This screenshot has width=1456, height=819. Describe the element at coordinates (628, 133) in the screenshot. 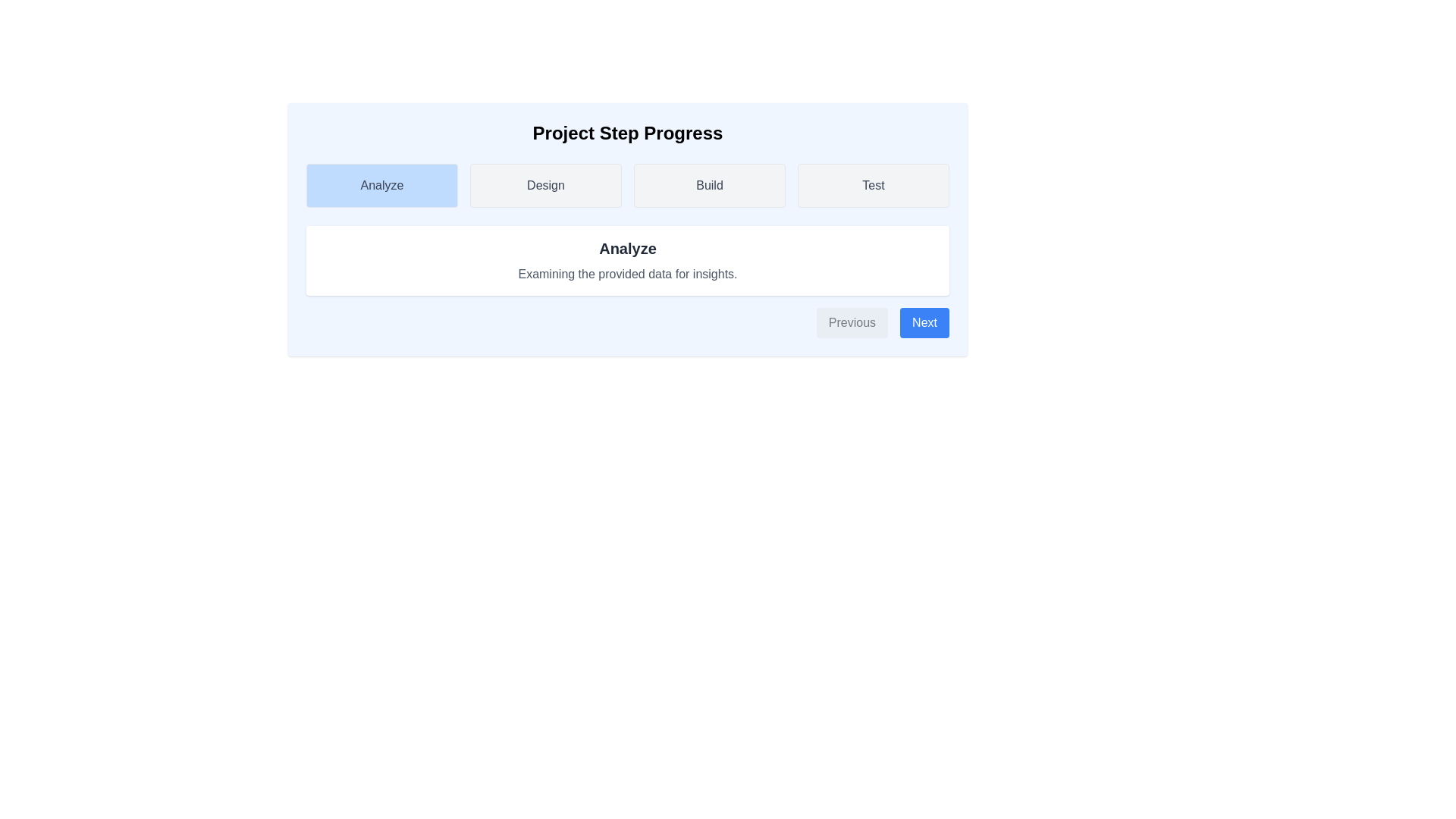

I see `the bold title labeled 'Project Step Progress' at the top-center of the card component, which serves as the heading for the card` at that location.